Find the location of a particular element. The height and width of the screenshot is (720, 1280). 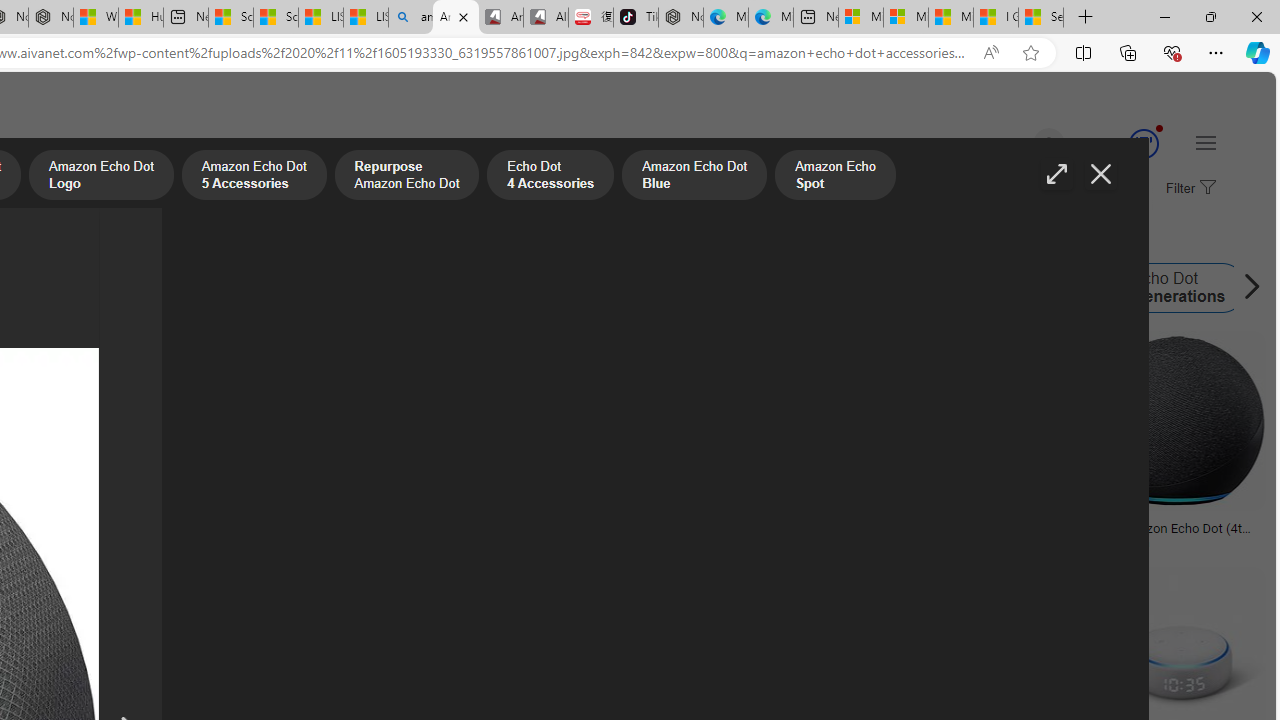

'Filter' is located at coordinates (1188, 189).